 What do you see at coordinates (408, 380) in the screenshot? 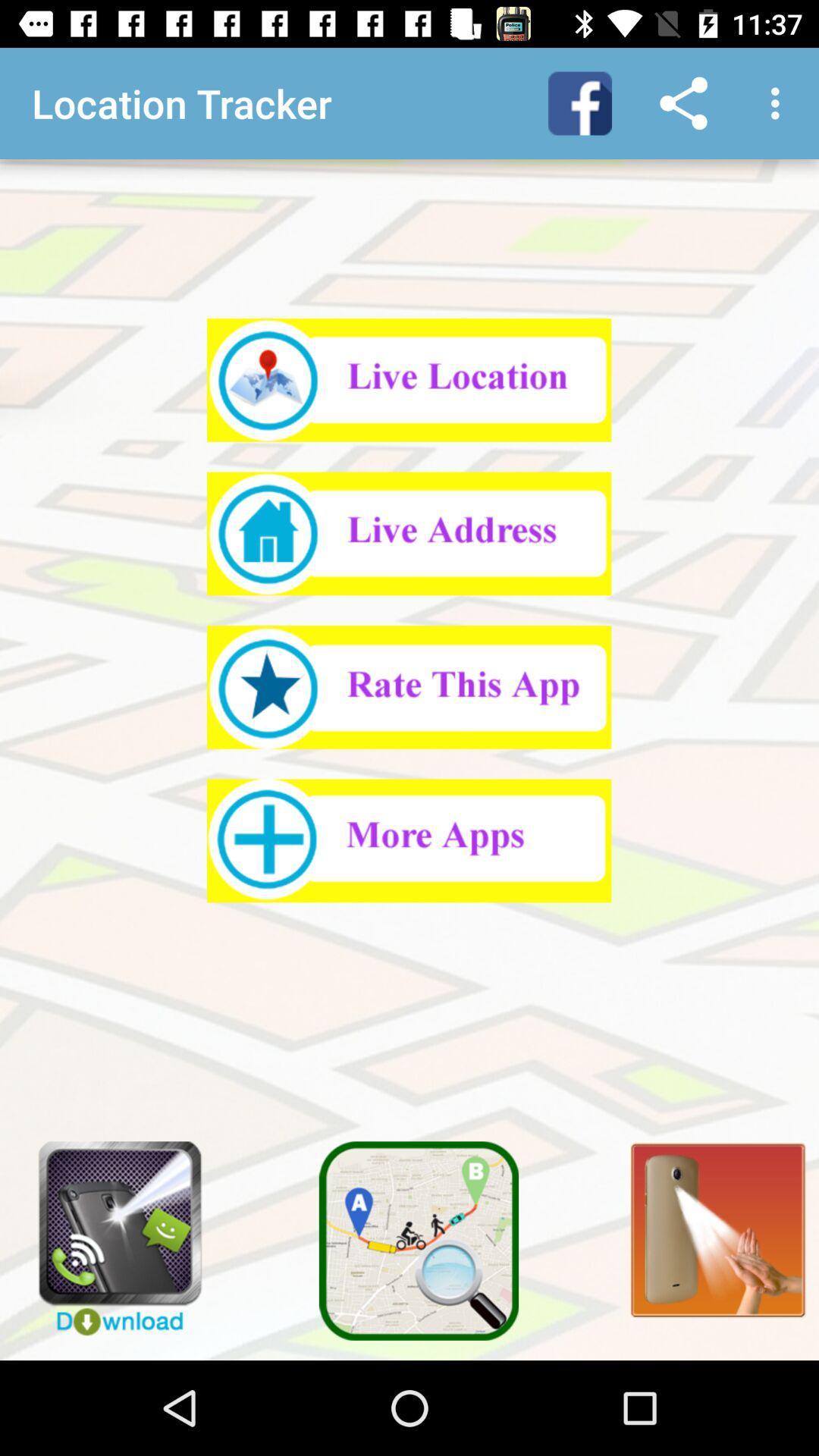
I see `see live locations` at bounding box center [408, 380].